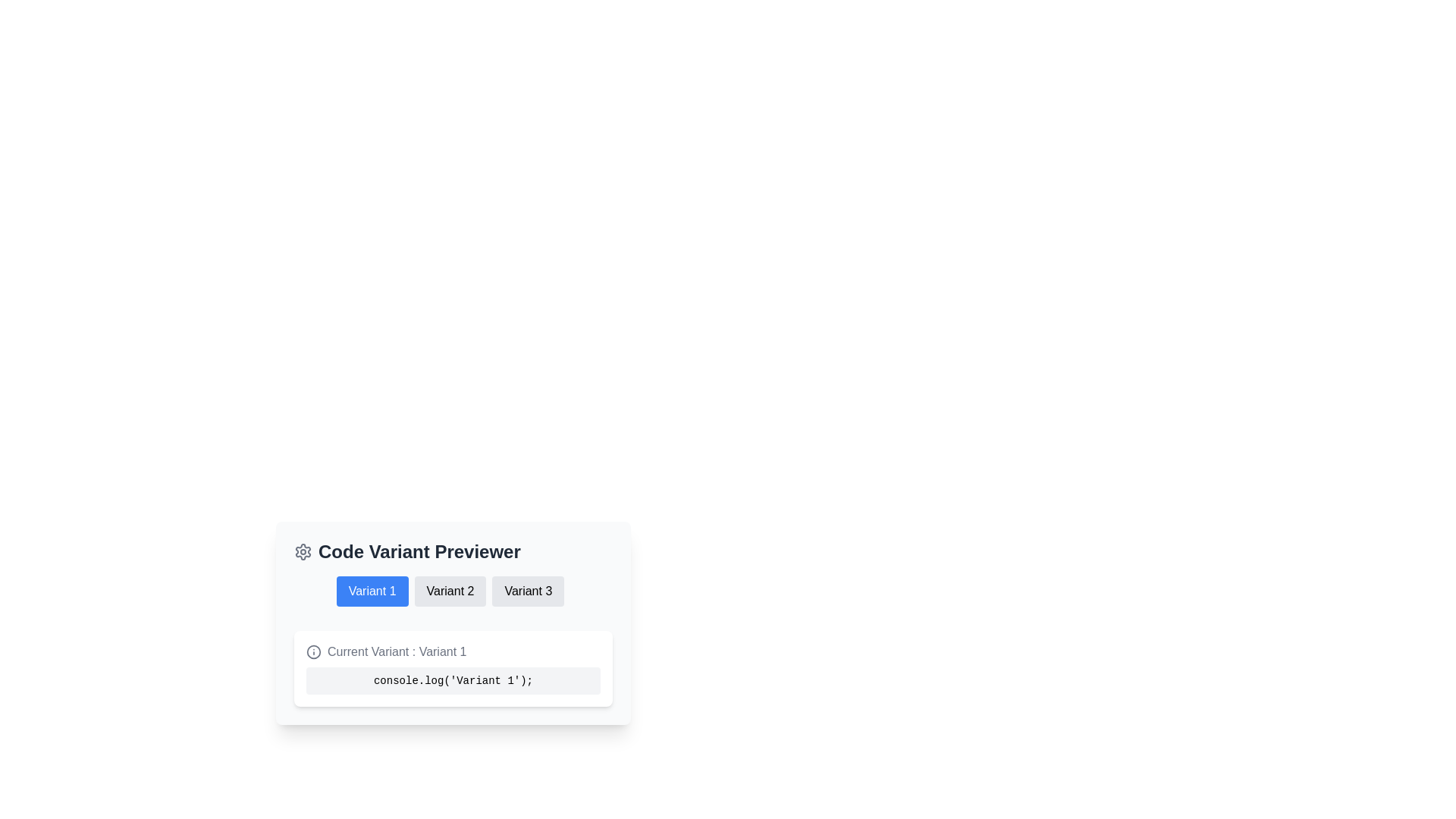 The width and height of the screenshot is (1456, 819). I want to click on the button labeled 'Variant 2' in the 'Code Variant Previewer' section to trigger its hover state, so click(450, 590).